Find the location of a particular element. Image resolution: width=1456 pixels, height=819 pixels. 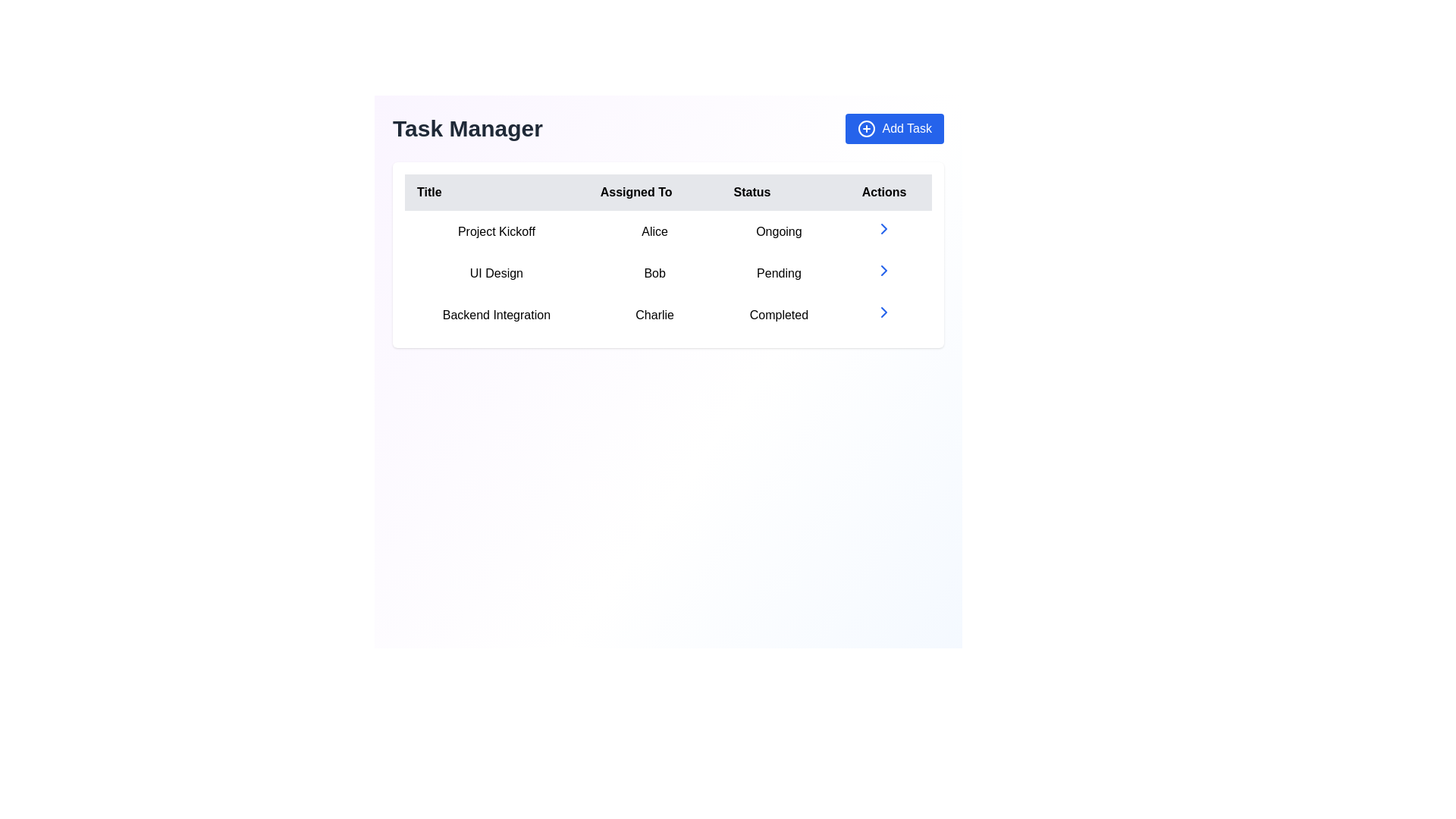

the static text element that serves as the title or identifier for the associated task entry, located in the first column of the first row in the table, under the 'Title' column header is located at coordinates (496, 231).